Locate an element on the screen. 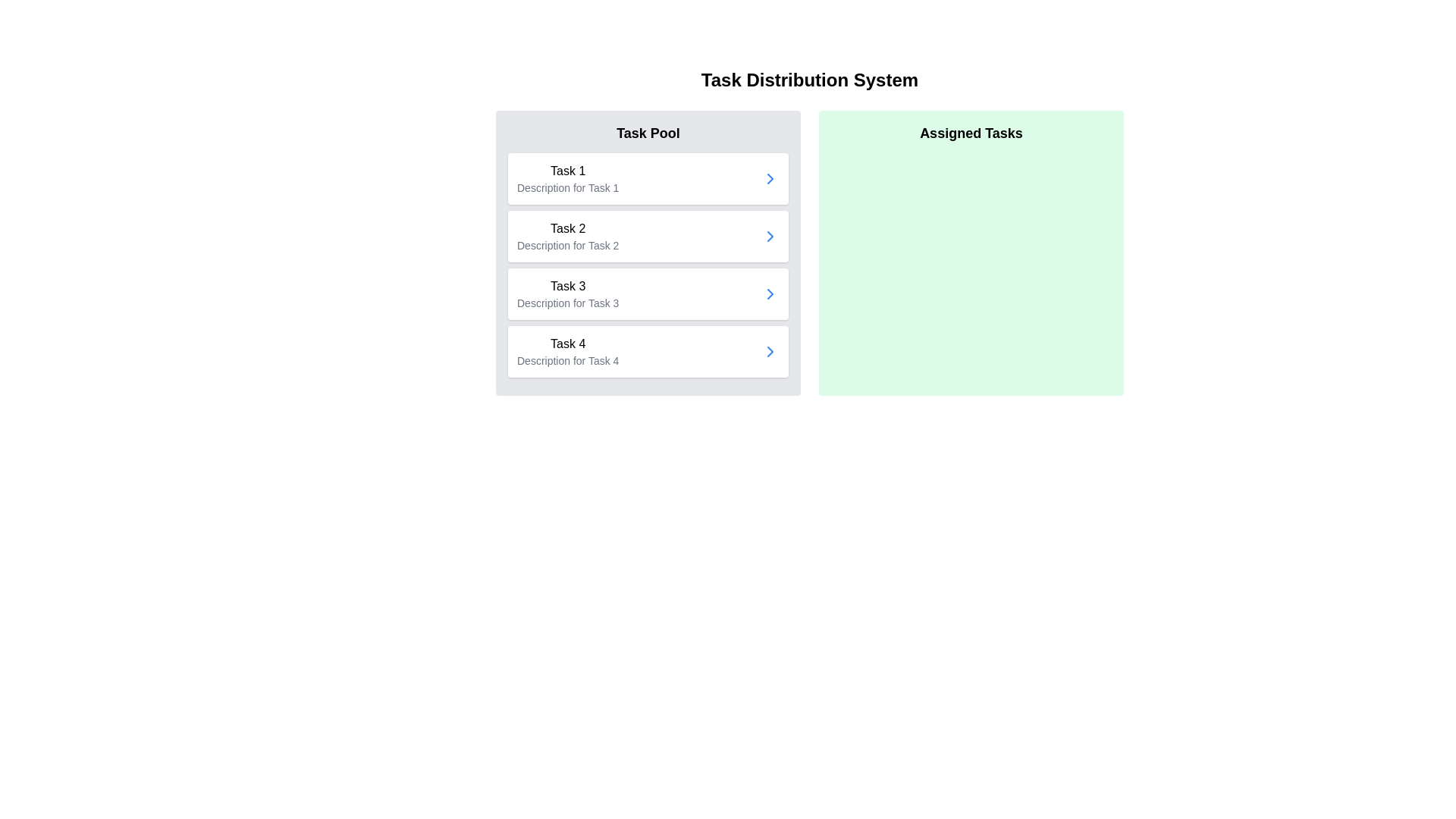 The image size is (1456, 819). the heading text for 'Task 4', which is the fourth item in the 'Task Pool' list, located above its description is located at coordinates (567, 344).